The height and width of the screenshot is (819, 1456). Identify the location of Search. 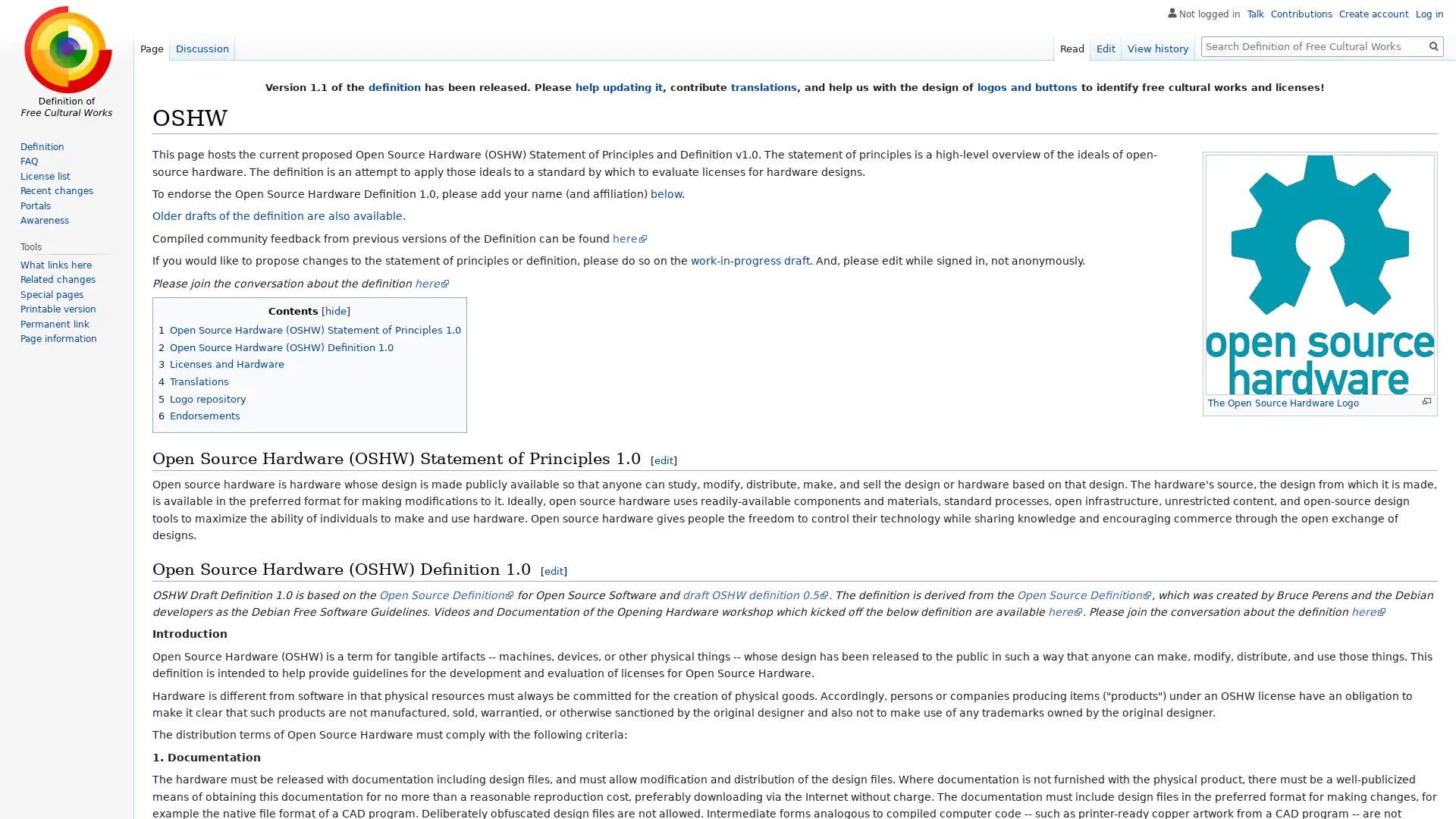
(1433, 45).